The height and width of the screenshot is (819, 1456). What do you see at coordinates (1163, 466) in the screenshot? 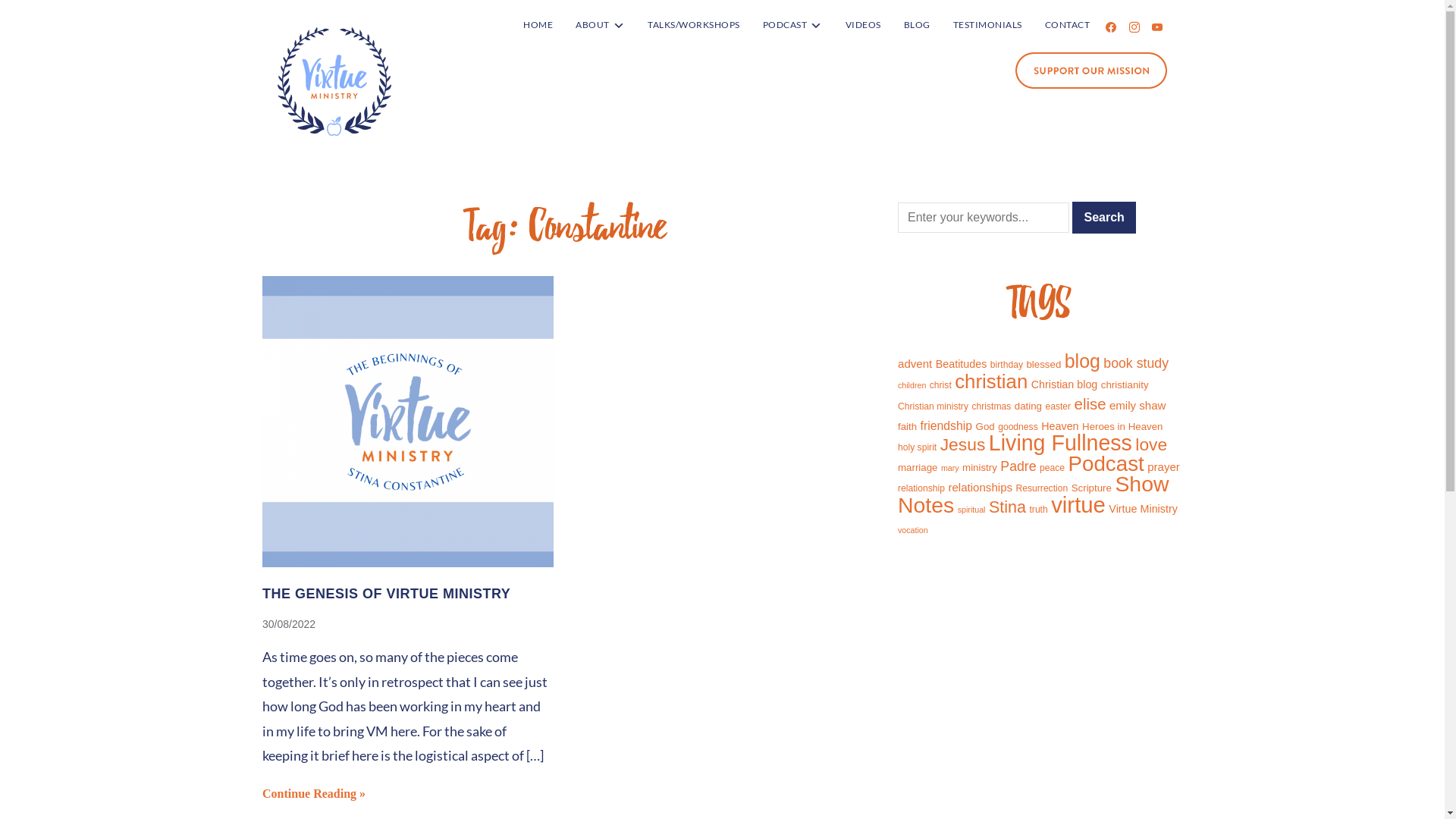
I see `'prayer'` at bounding box center [1163, 466].